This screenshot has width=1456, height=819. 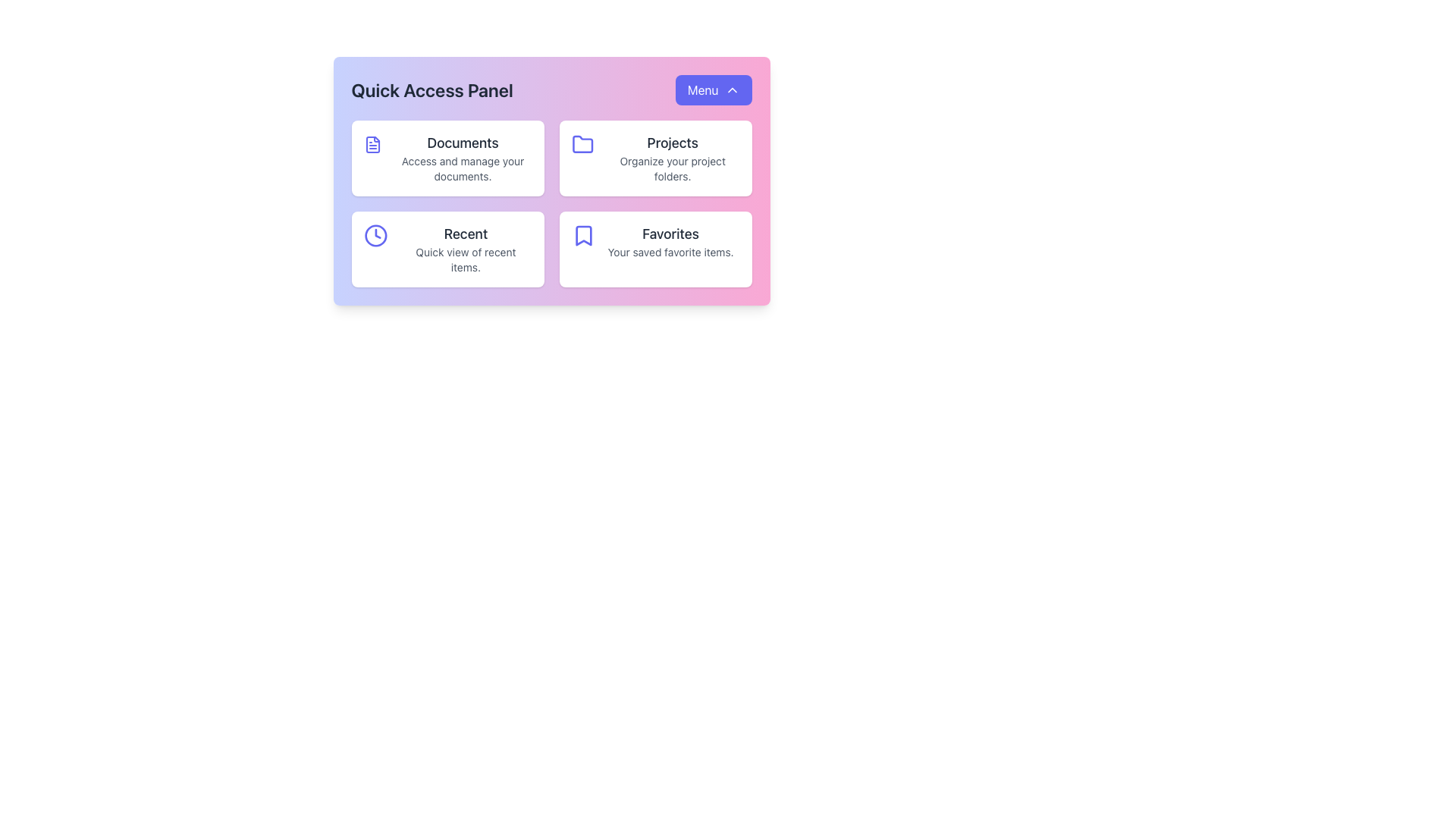 I want to click on the informational text component in the top-right card of the 'Quick Access Panel' that helps manage project folders, so click(x=672, y=158).